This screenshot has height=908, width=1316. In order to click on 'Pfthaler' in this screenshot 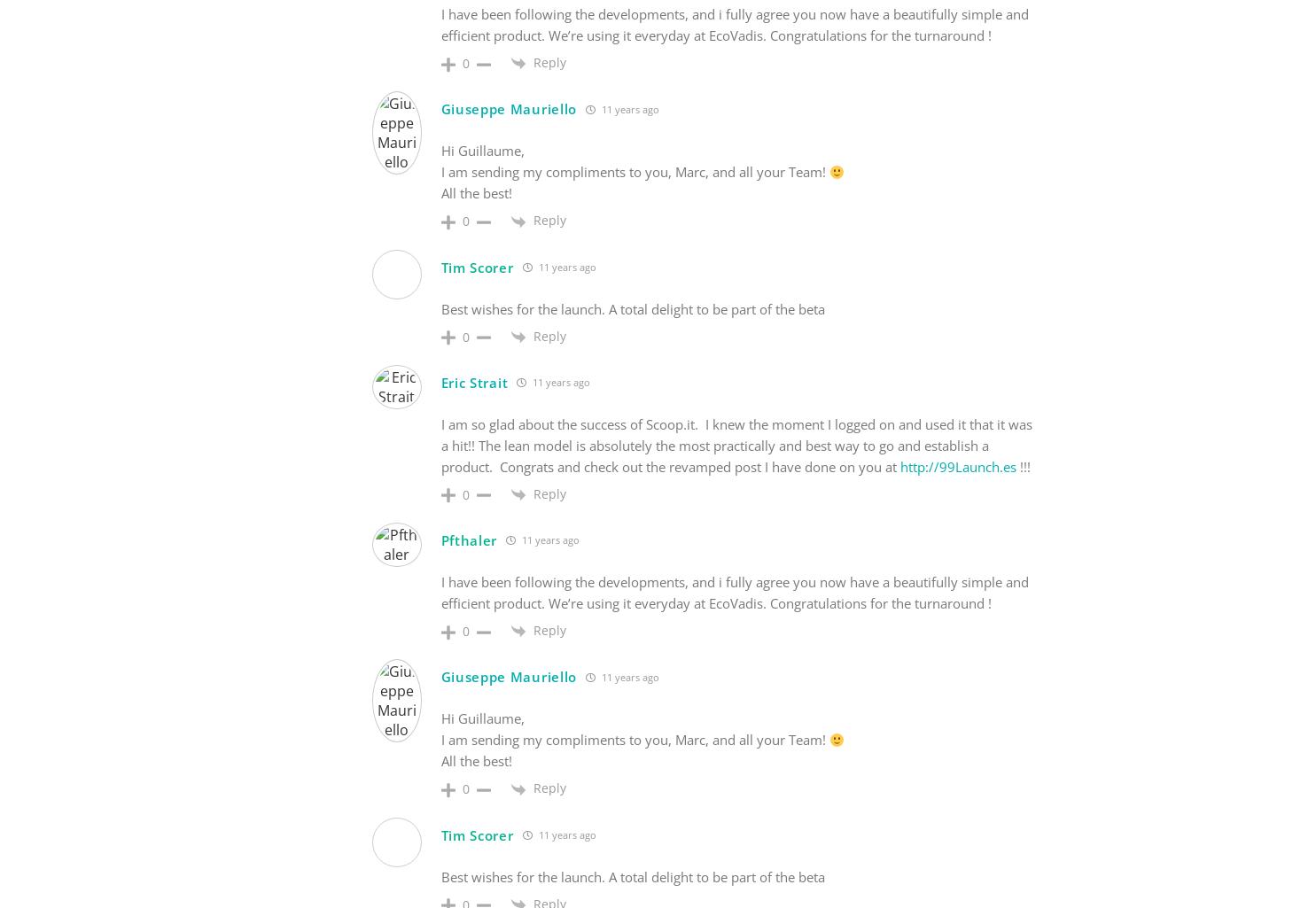, I will do `click(467, 539)`.